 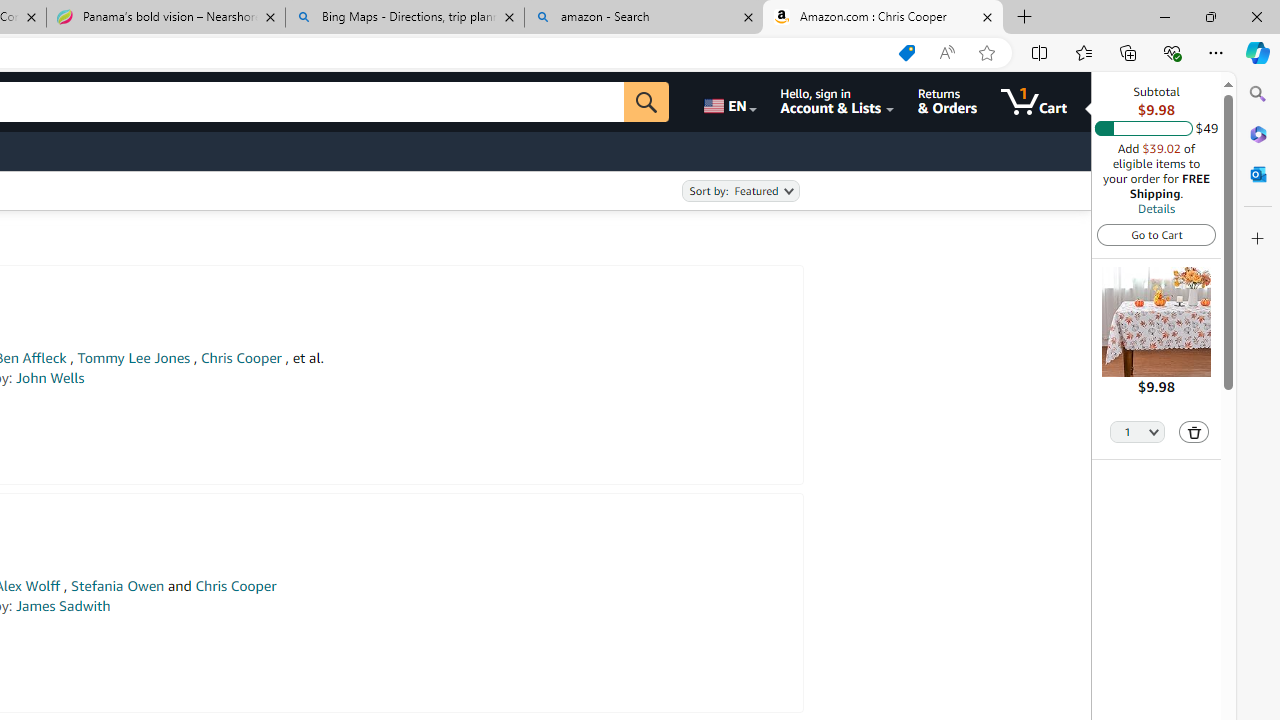 I want to click on 'Stefania Owen', so click(x=116, y=585).